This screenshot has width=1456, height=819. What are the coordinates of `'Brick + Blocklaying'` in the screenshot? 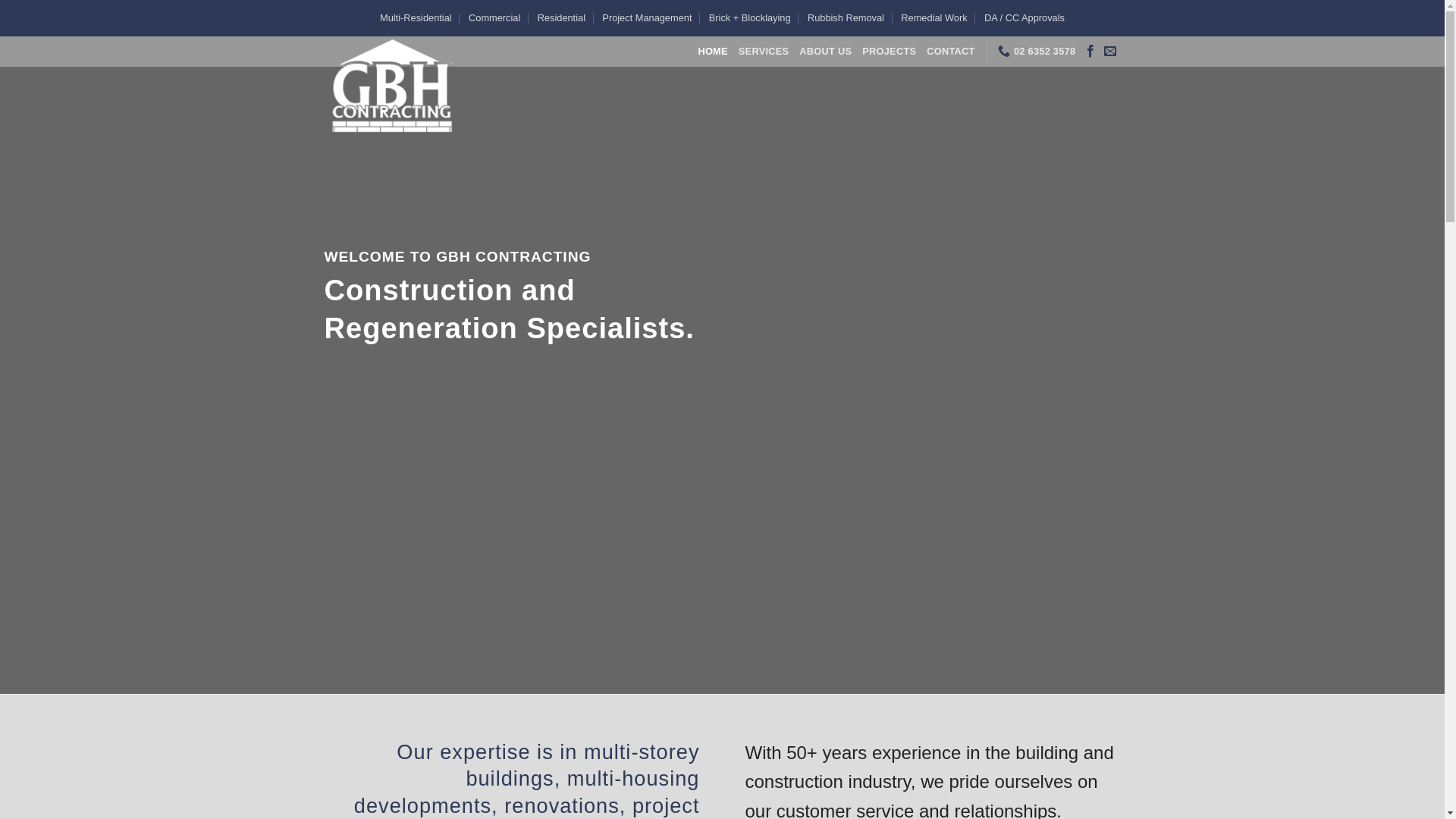 It's located at (708, 17).